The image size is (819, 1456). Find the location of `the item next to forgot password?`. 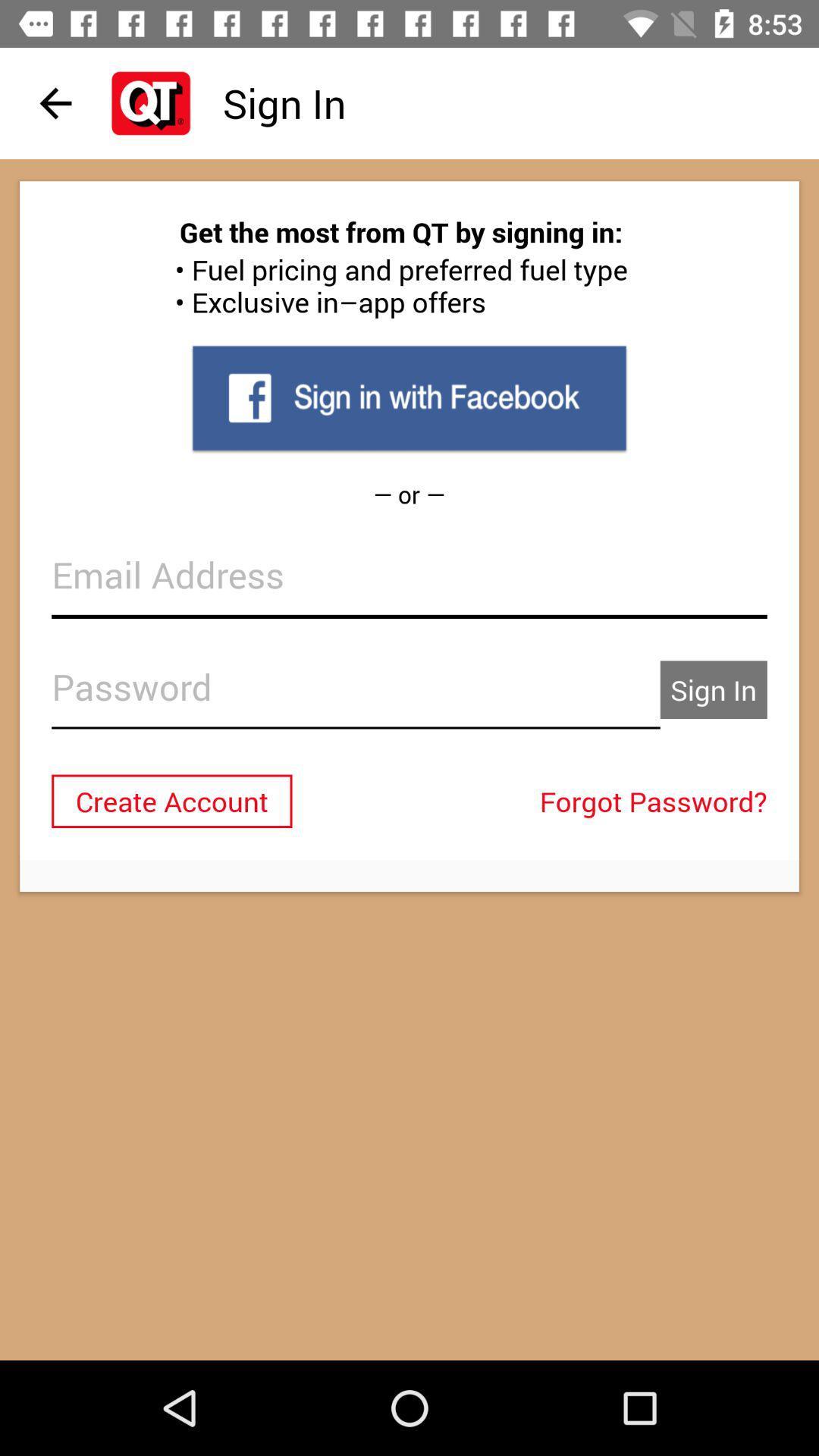

the item next to forgot password? is located at coordinates (171, 800).